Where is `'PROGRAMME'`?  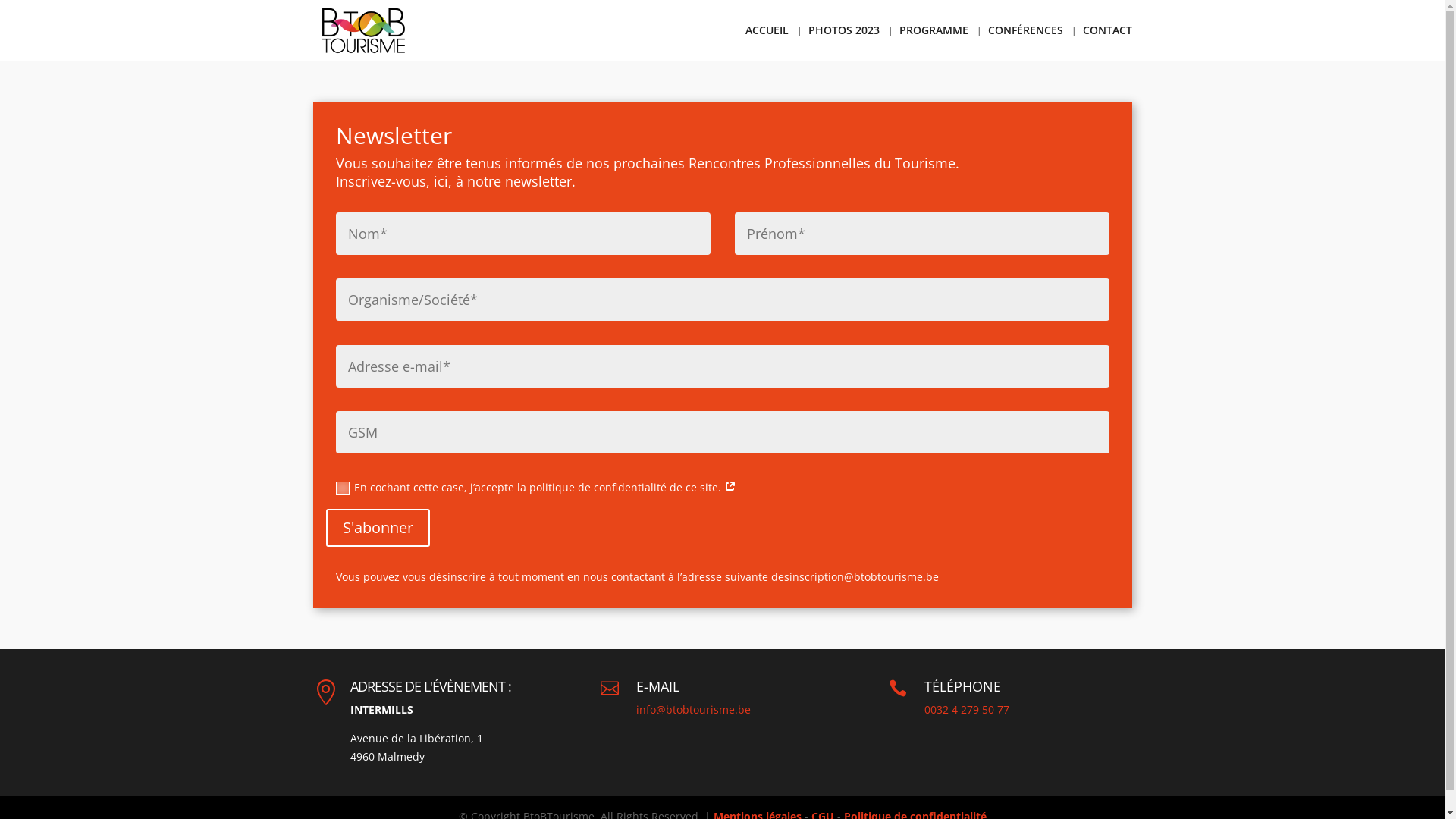 'PROGRAMME' is located at coordinates (933, 42).